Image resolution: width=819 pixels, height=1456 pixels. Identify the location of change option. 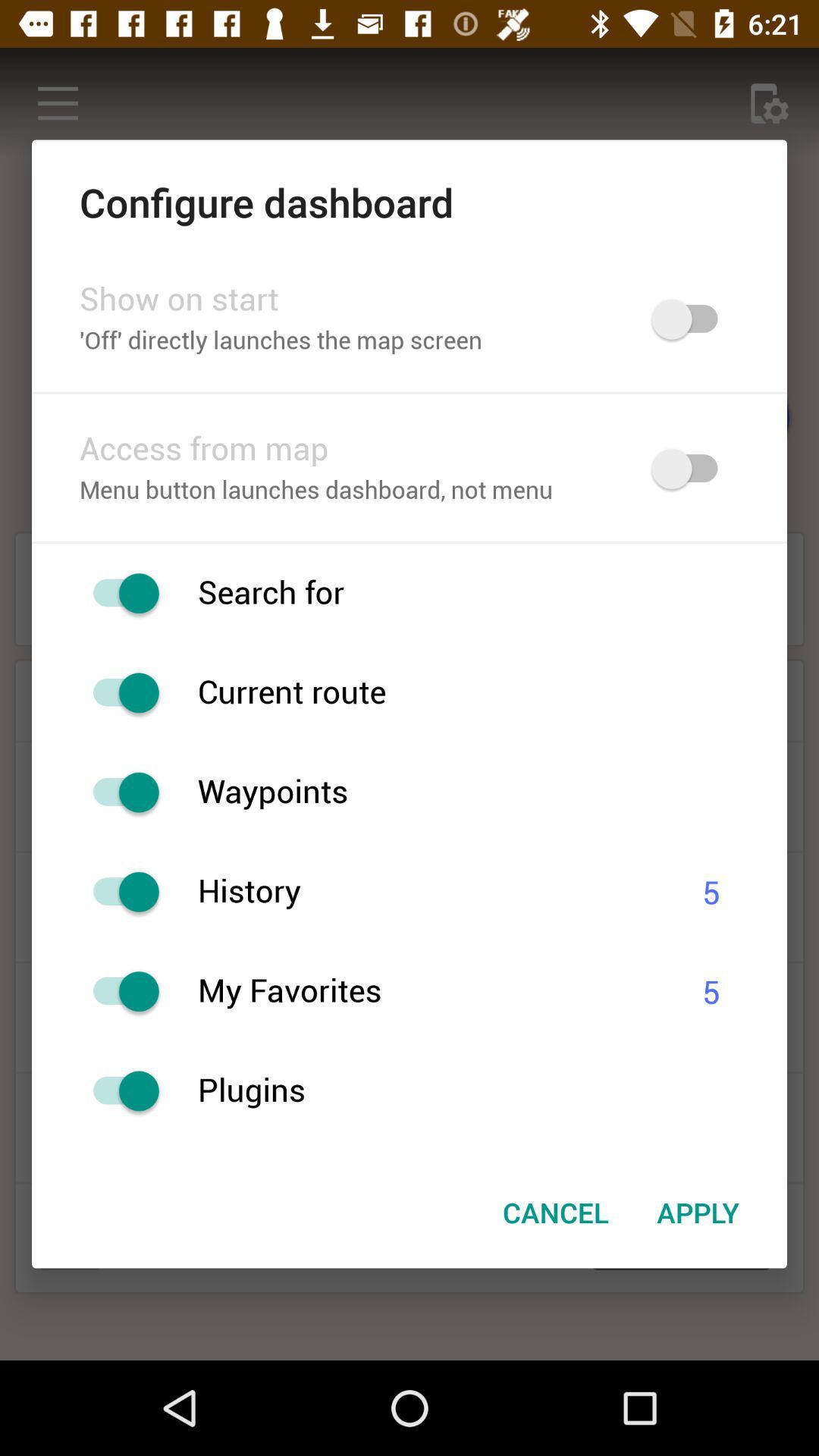
(118, 792).